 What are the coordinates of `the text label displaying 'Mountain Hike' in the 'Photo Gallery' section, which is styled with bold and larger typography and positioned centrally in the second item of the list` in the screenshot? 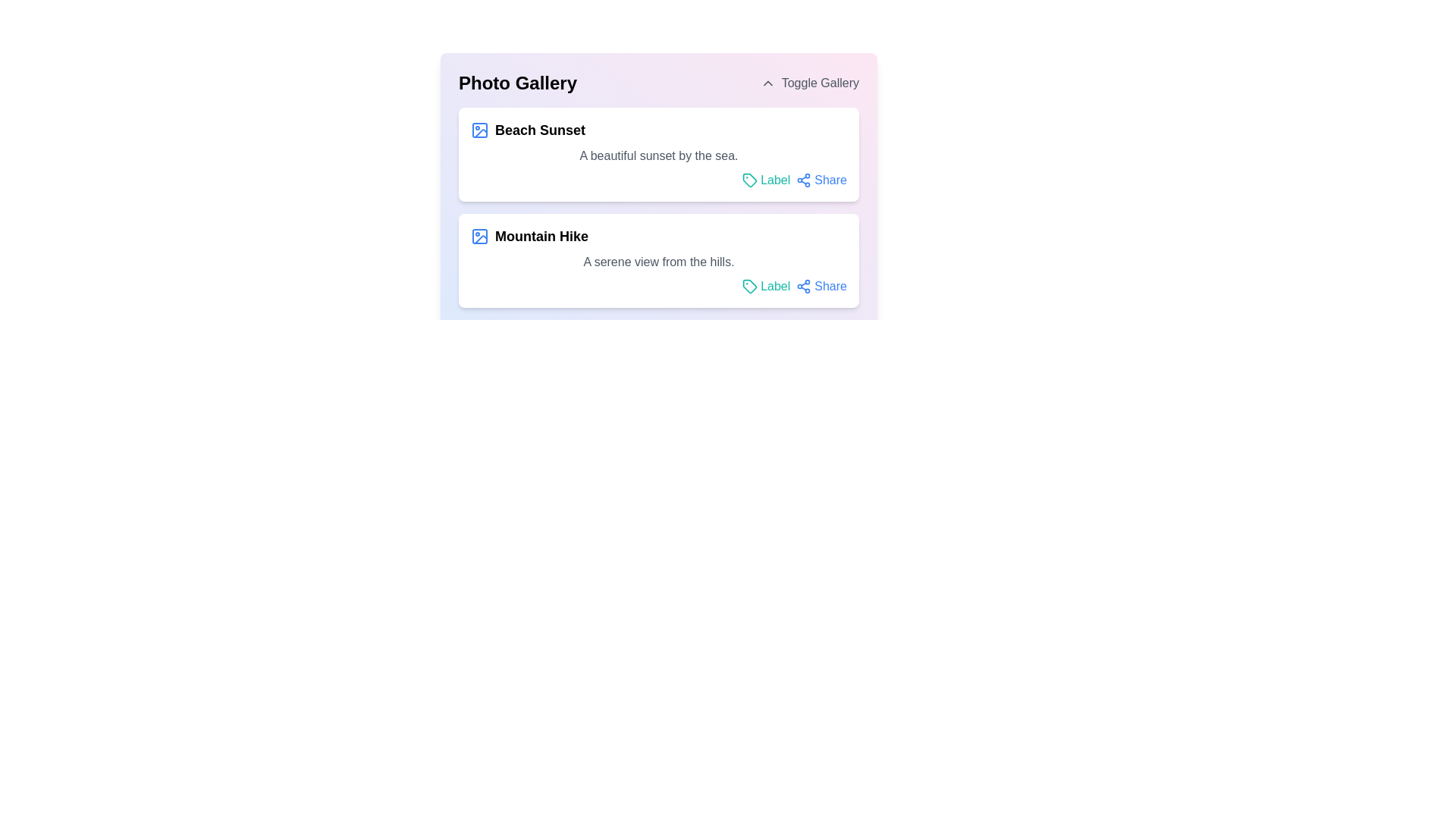 It's located at (541, 237).